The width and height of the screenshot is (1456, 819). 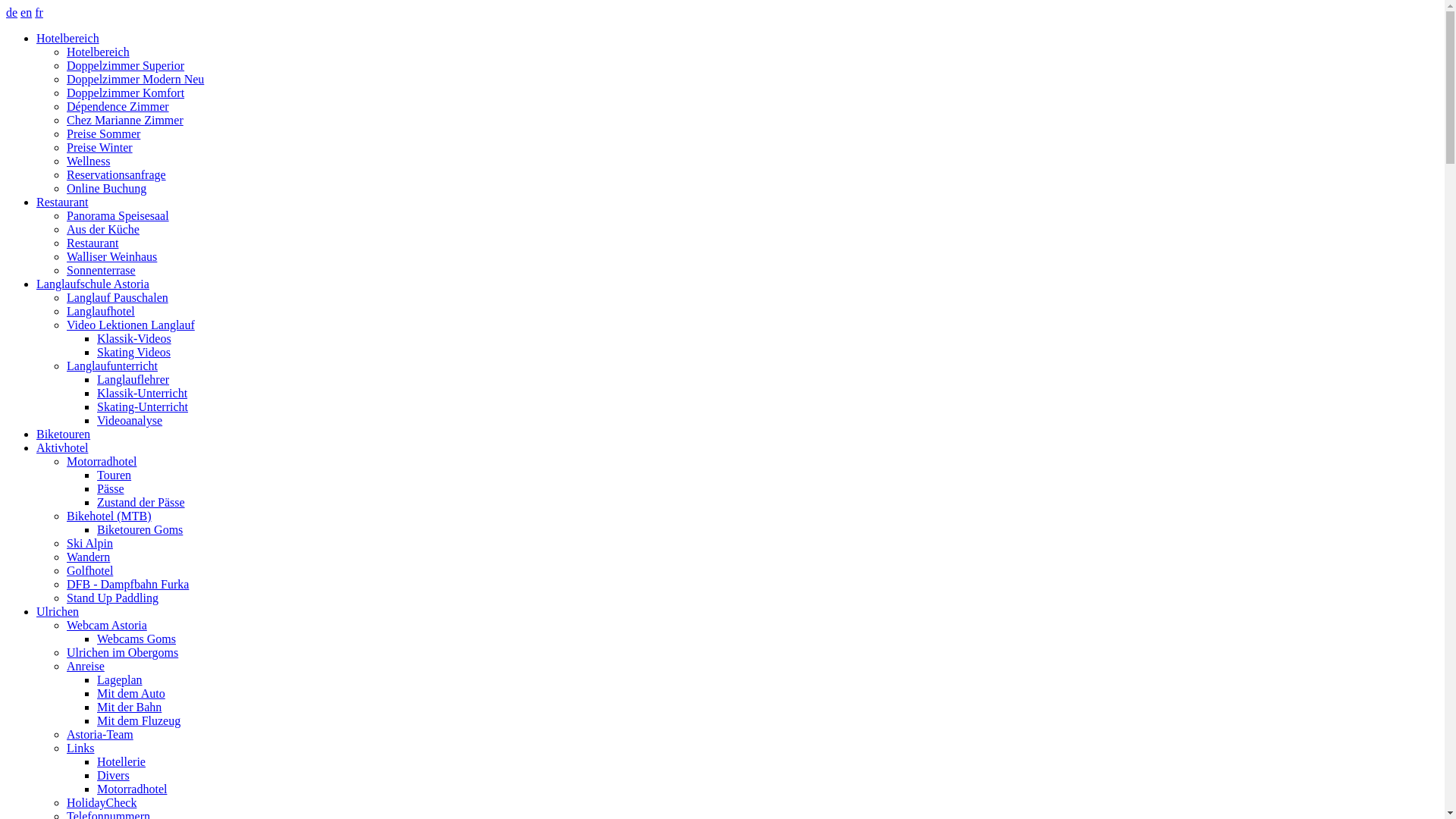 What do you see at coordinates (127, 583) in the screenshot?
I see `'DFB - Dampfbahn Furka'` at bounding box center [127, 583].